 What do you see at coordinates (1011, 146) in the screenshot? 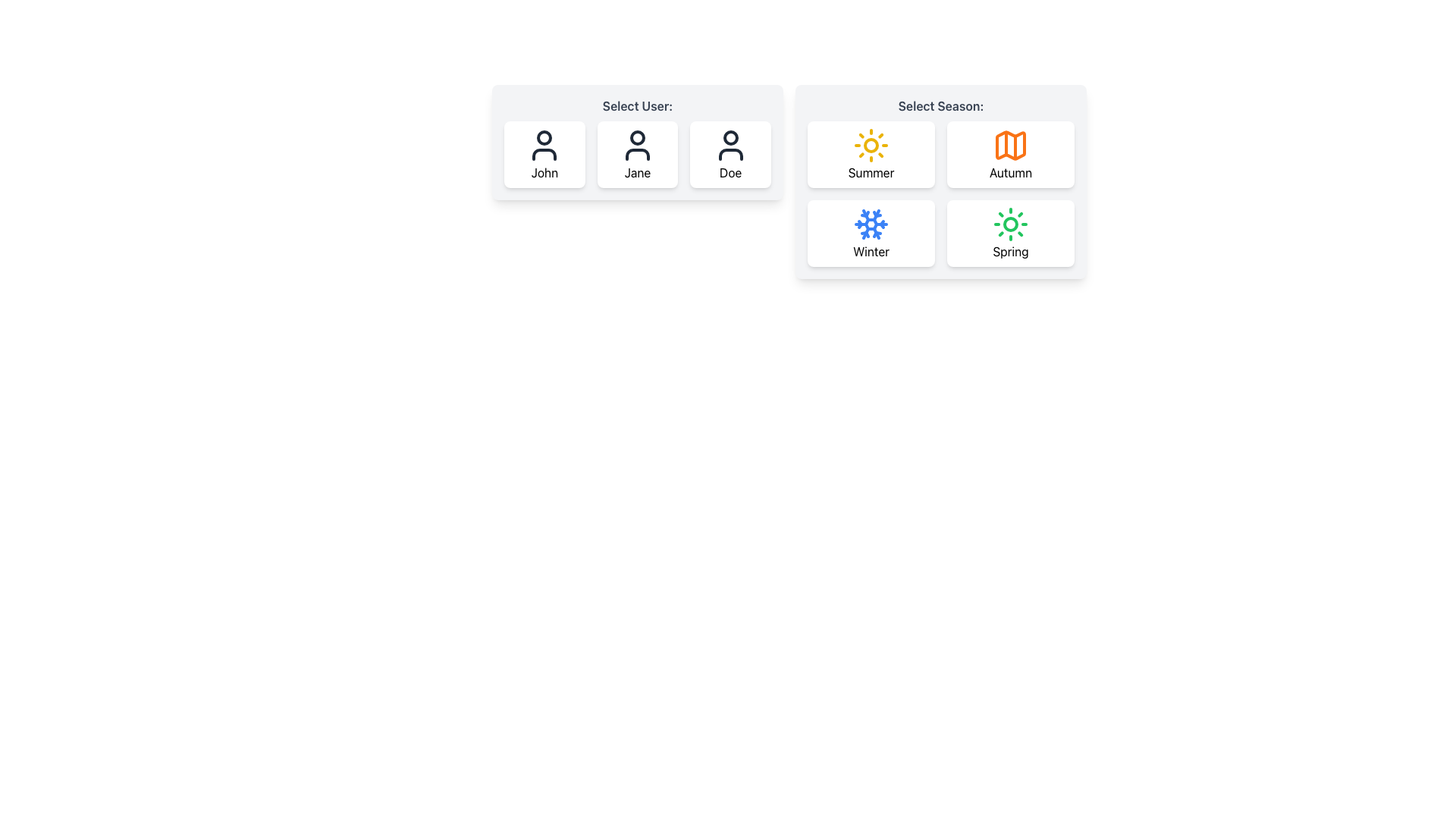
I see `the orange open map icon within the 'Autumn' button in the 'Select Season' grid` at bounding box center [1011, 146].